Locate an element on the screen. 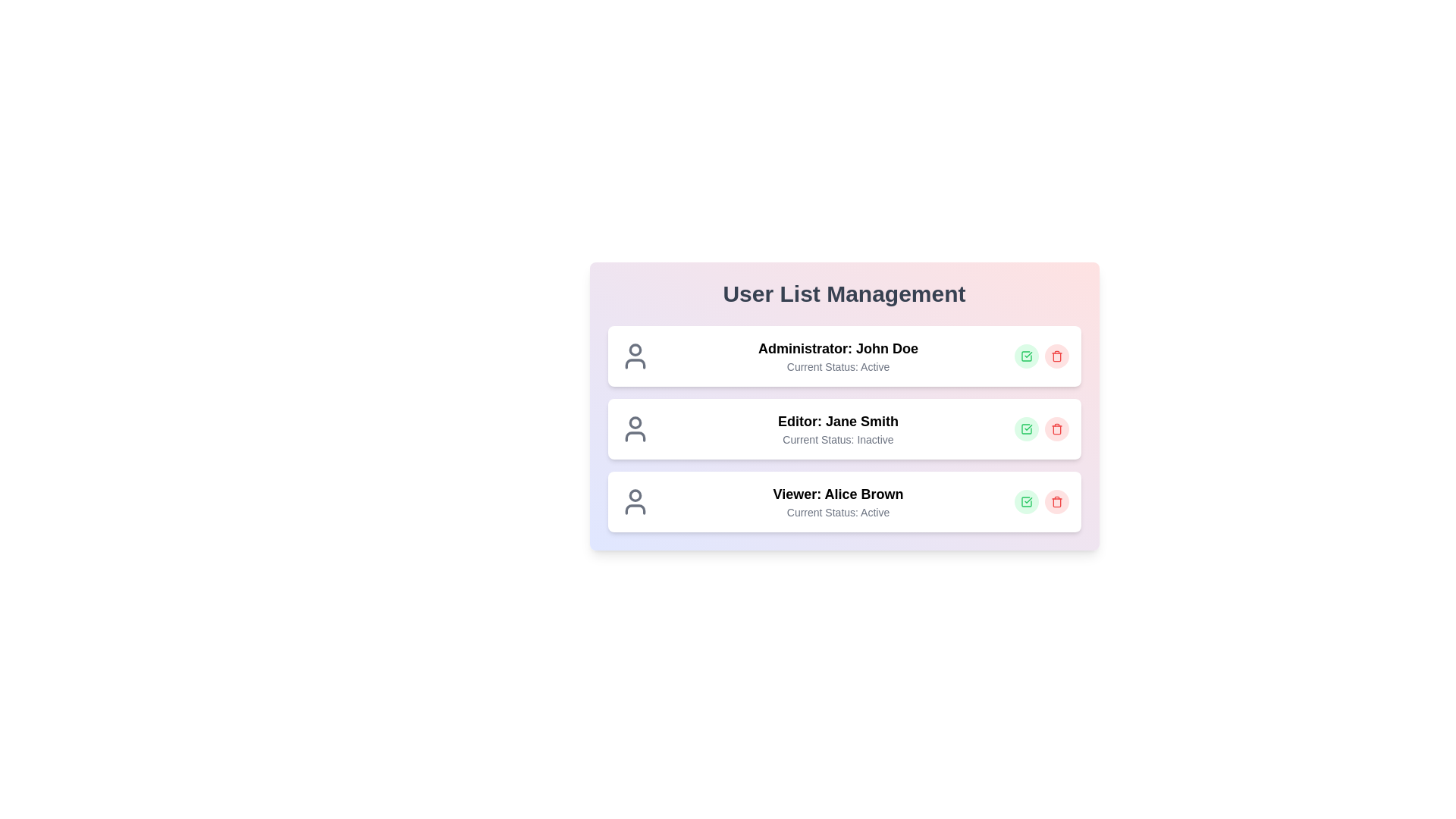  the torso portion of the user icon representing 'Administrator: John Doe' to visually indicate the user account is located at coordinates (635, 363).